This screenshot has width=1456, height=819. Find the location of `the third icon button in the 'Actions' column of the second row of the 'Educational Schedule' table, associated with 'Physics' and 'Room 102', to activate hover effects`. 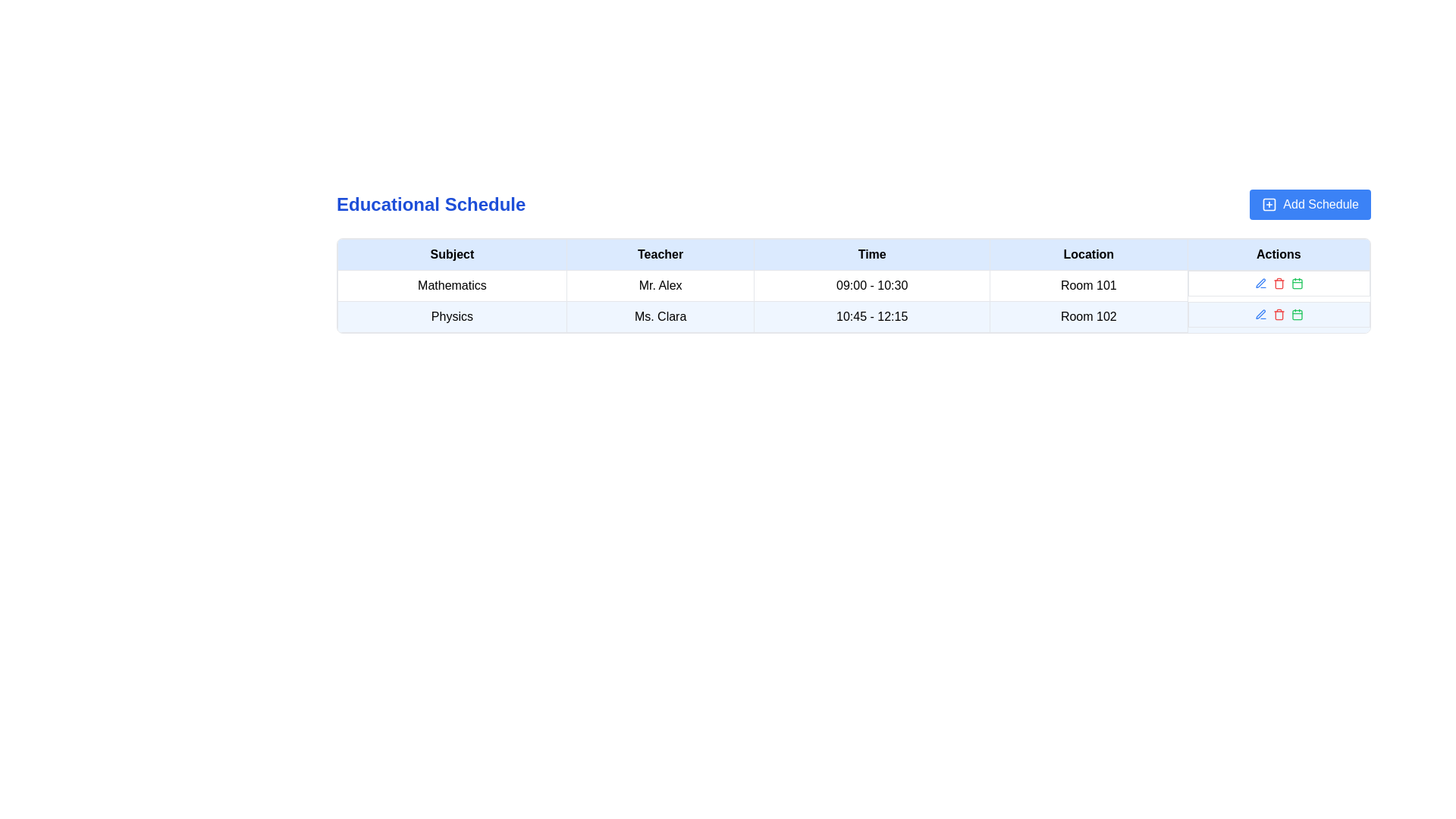

the third icon button in the 'Actions' column of the second row of the 'Educational Schedule' table, associated with 'Physics' and 'Room 102', to activate hover effects is located at coordinates (1296, 284).